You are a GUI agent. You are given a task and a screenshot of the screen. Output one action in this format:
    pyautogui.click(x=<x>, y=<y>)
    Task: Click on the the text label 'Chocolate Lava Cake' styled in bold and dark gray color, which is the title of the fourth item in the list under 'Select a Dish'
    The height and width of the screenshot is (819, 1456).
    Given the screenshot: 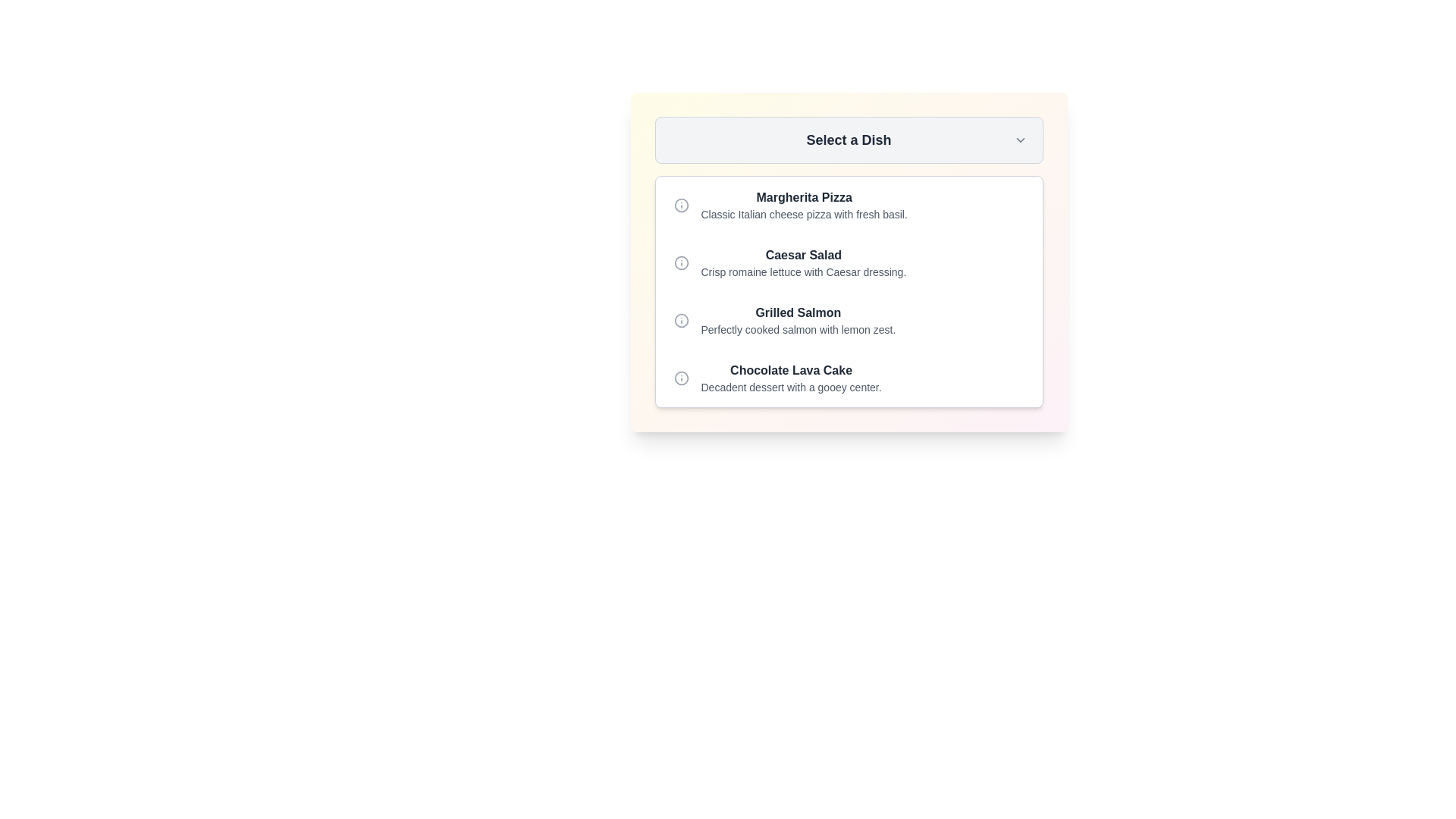 What is the action you would take?
    pyautogui.click(x=790, y=371)
    